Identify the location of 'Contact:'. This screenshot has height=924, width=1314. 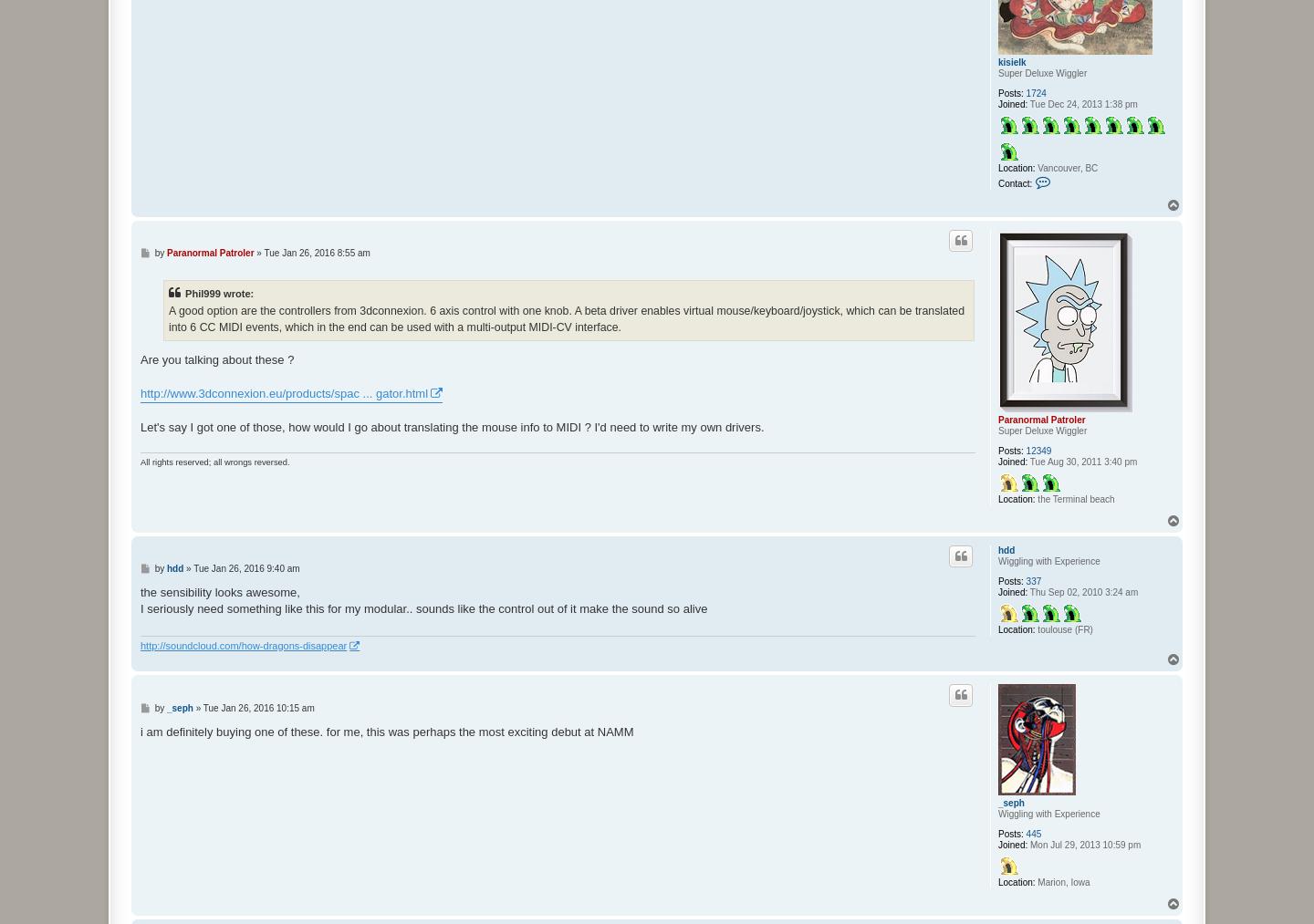
(996, 182).